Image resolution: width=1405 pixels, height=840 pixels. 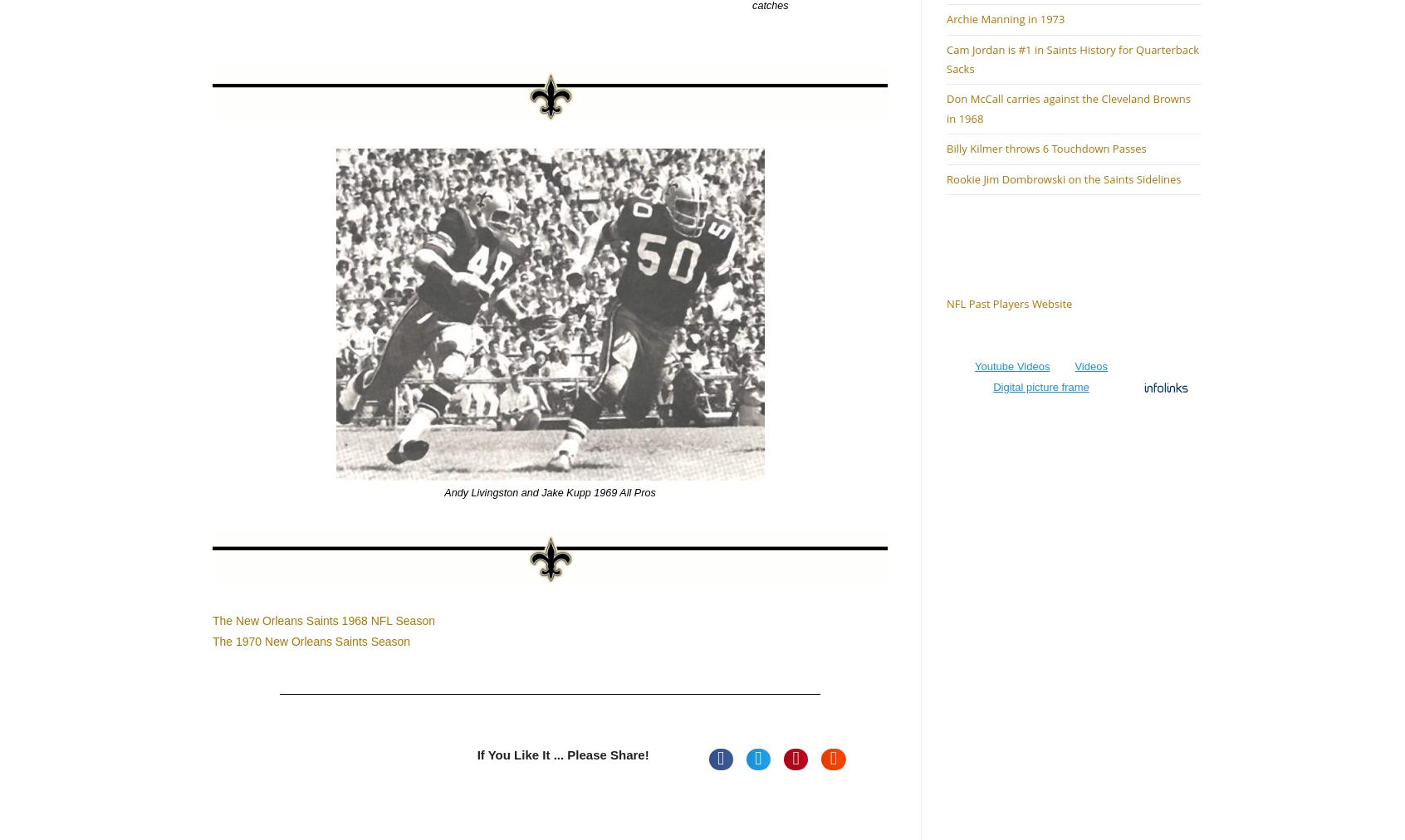 What do you see at coordinates (1063, 178) in the screenshot?
I see `'Rookie Jim Dombrowski on the Saints Sidelines'` at bounding box center [1063, 178].